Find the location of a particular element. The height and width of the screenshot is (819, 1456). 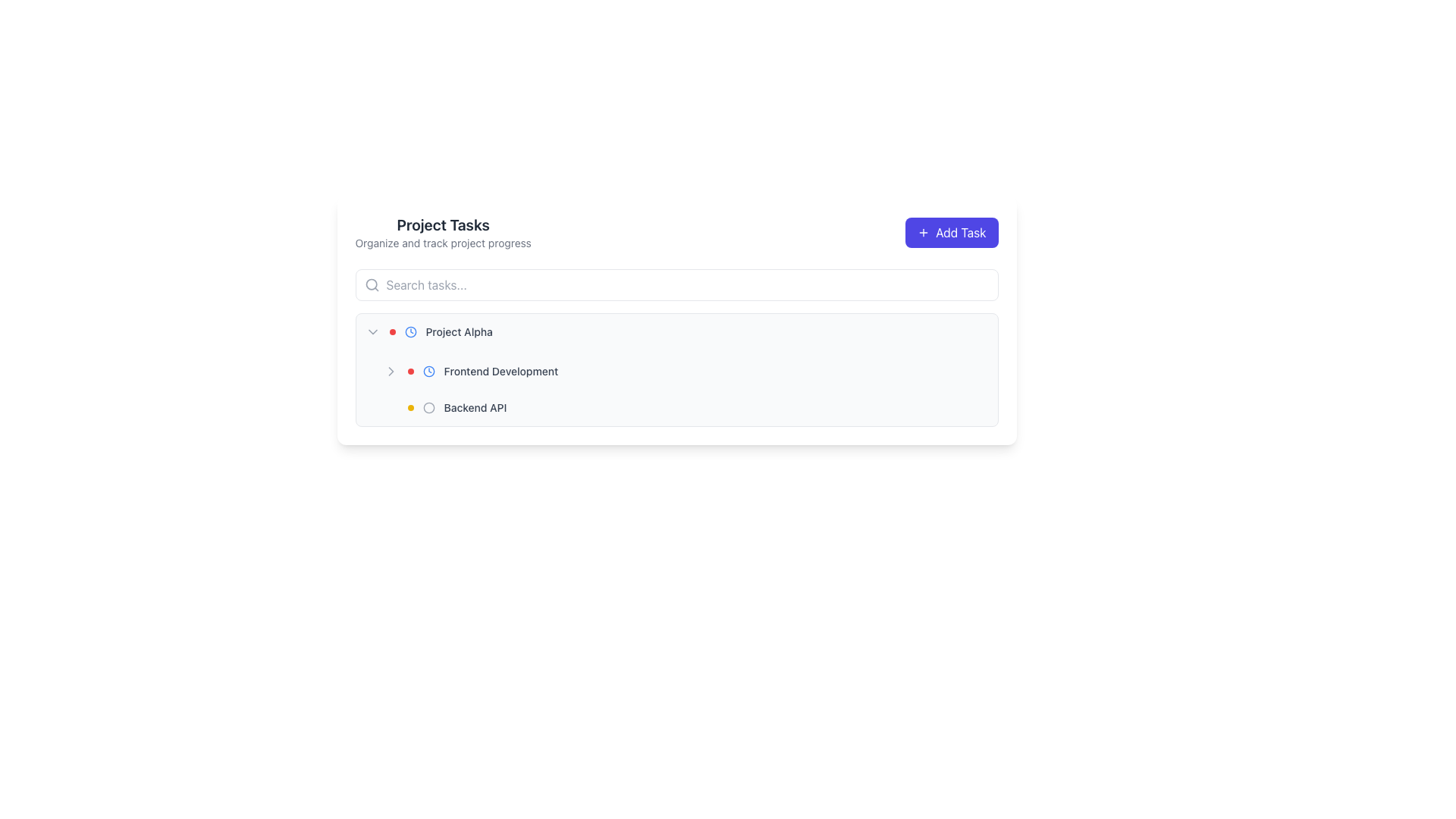

the 'Add Task' button located in the 'Project Tasks' section is located at coordinates (951, 233).